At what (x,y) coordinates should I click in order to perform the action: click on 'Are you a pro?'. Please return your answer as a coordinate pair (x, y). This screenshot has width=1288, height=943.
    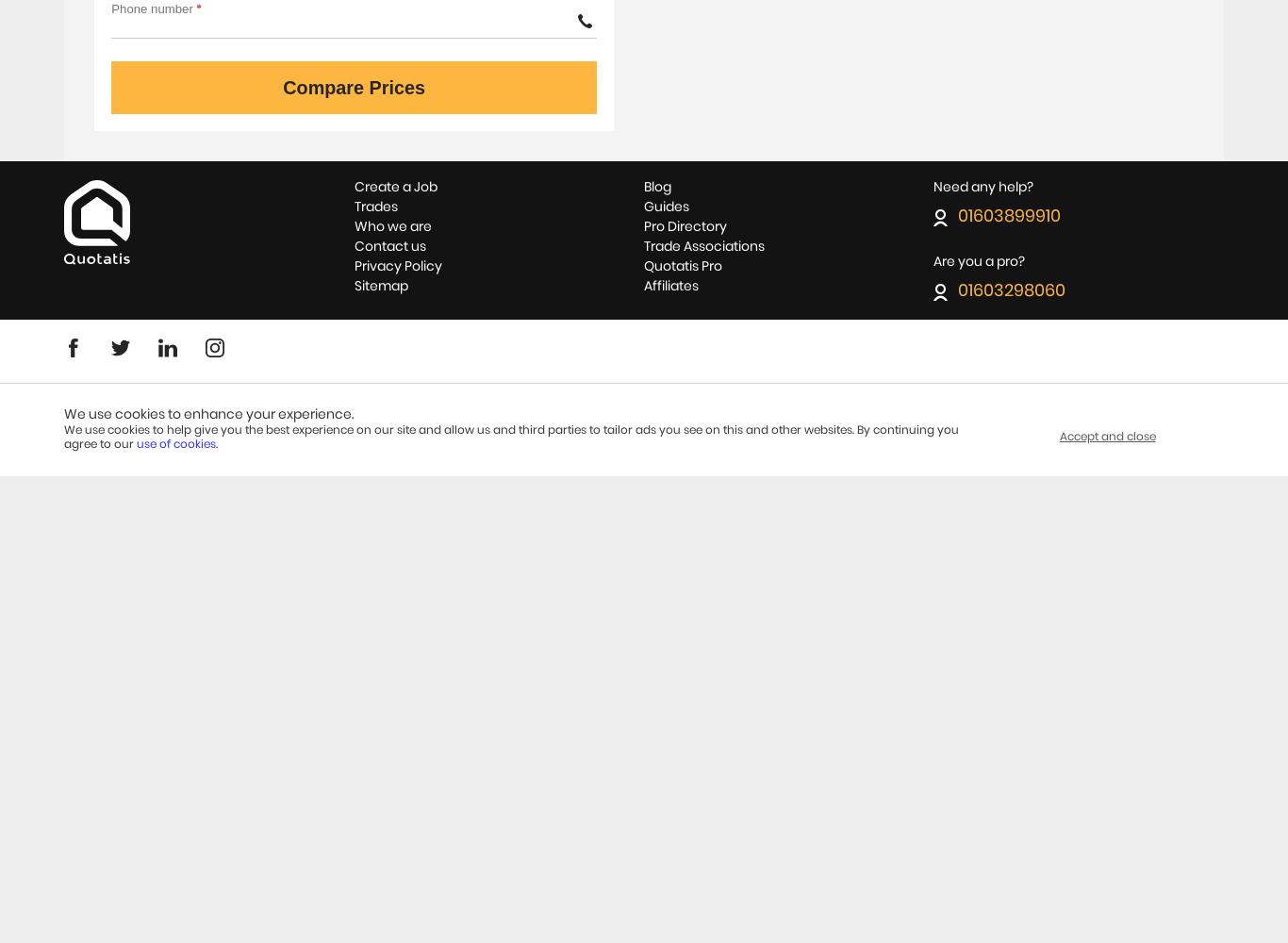
    Looking at the image, I should click on (933, 261).